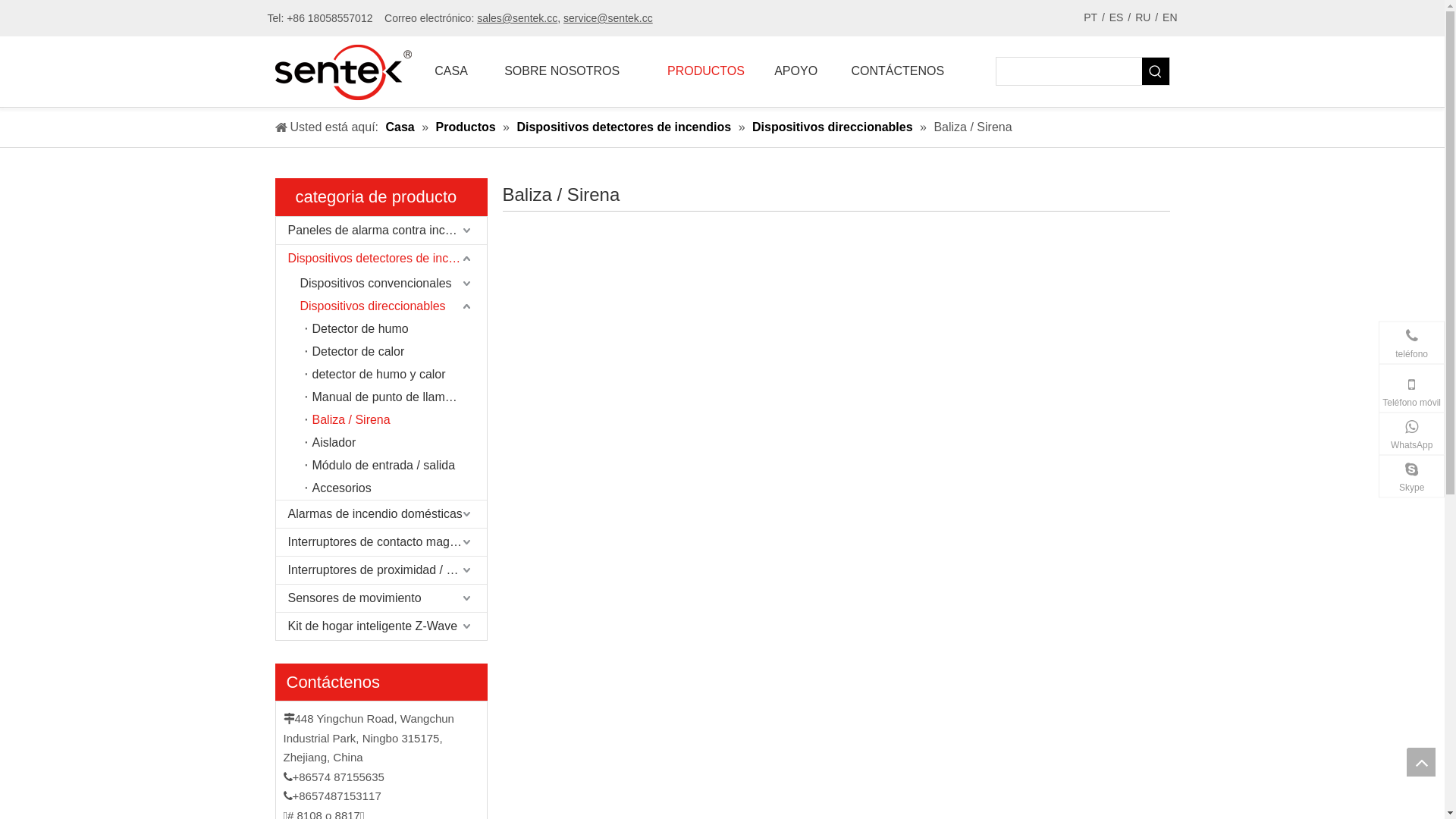 The height and width of the screenshot is (819, 1456). What do you see at coordinates (401, 126) in the screenshot?
I see `'Casa'` at bounding box center [401, 126].